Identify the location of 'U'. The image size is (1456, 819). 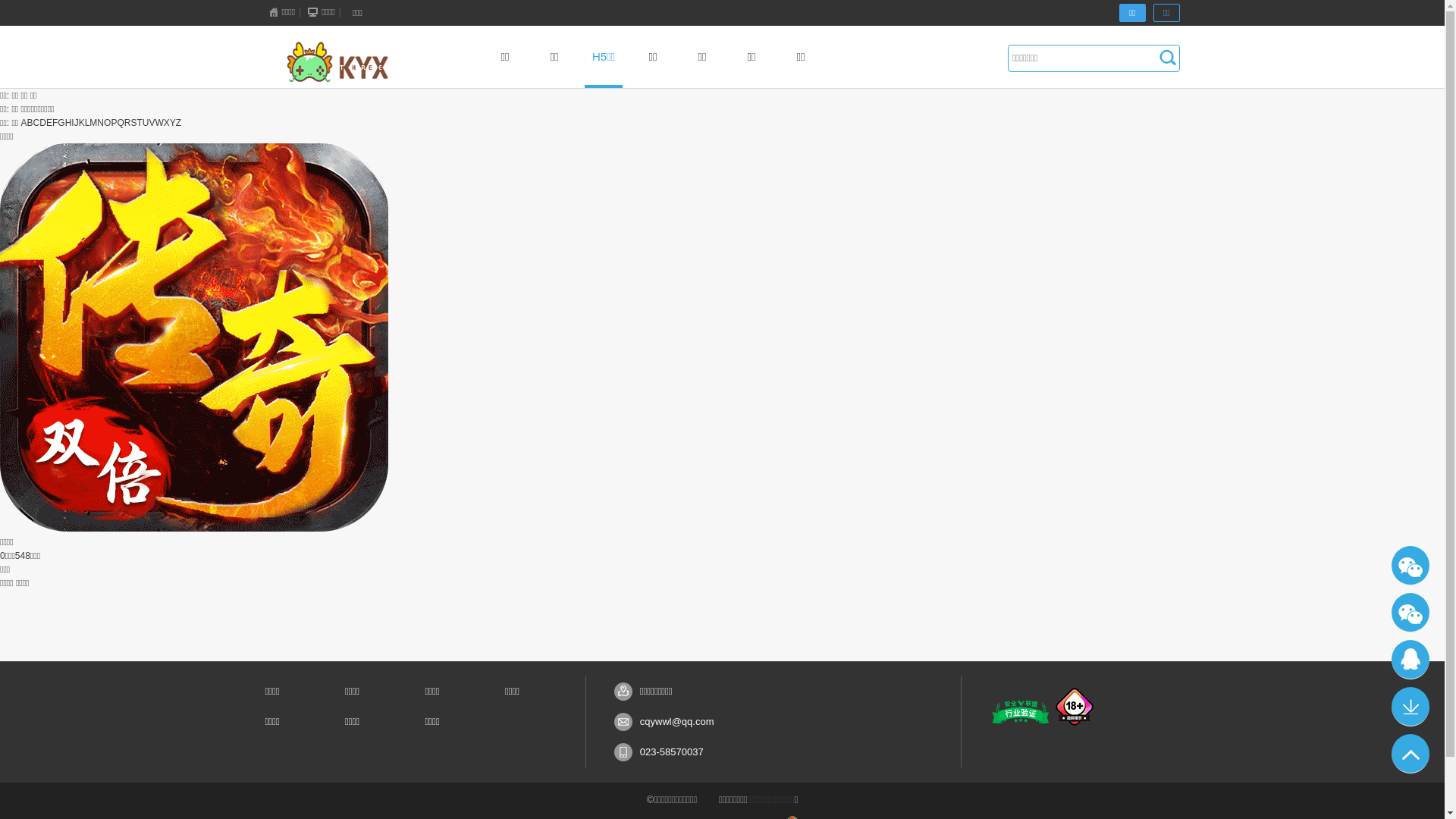
(146, 122).